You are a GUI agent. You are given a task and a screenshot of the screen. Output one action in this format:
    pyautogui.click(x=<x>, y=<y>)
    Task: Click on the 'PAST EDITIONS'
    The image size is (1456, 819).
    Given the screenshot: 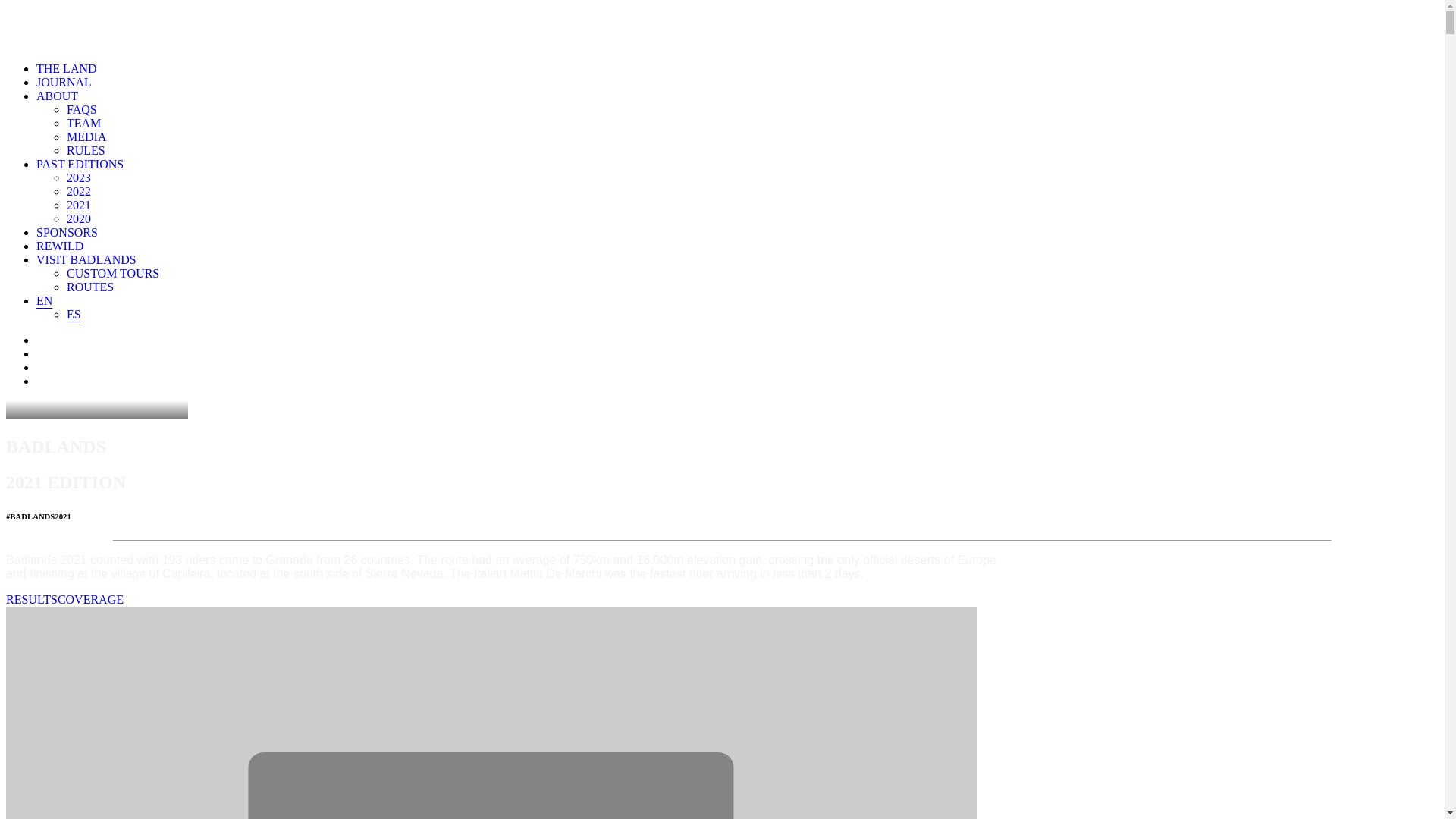 What is the action you would take?
    pyautogui.click(x=79, y=164)
    